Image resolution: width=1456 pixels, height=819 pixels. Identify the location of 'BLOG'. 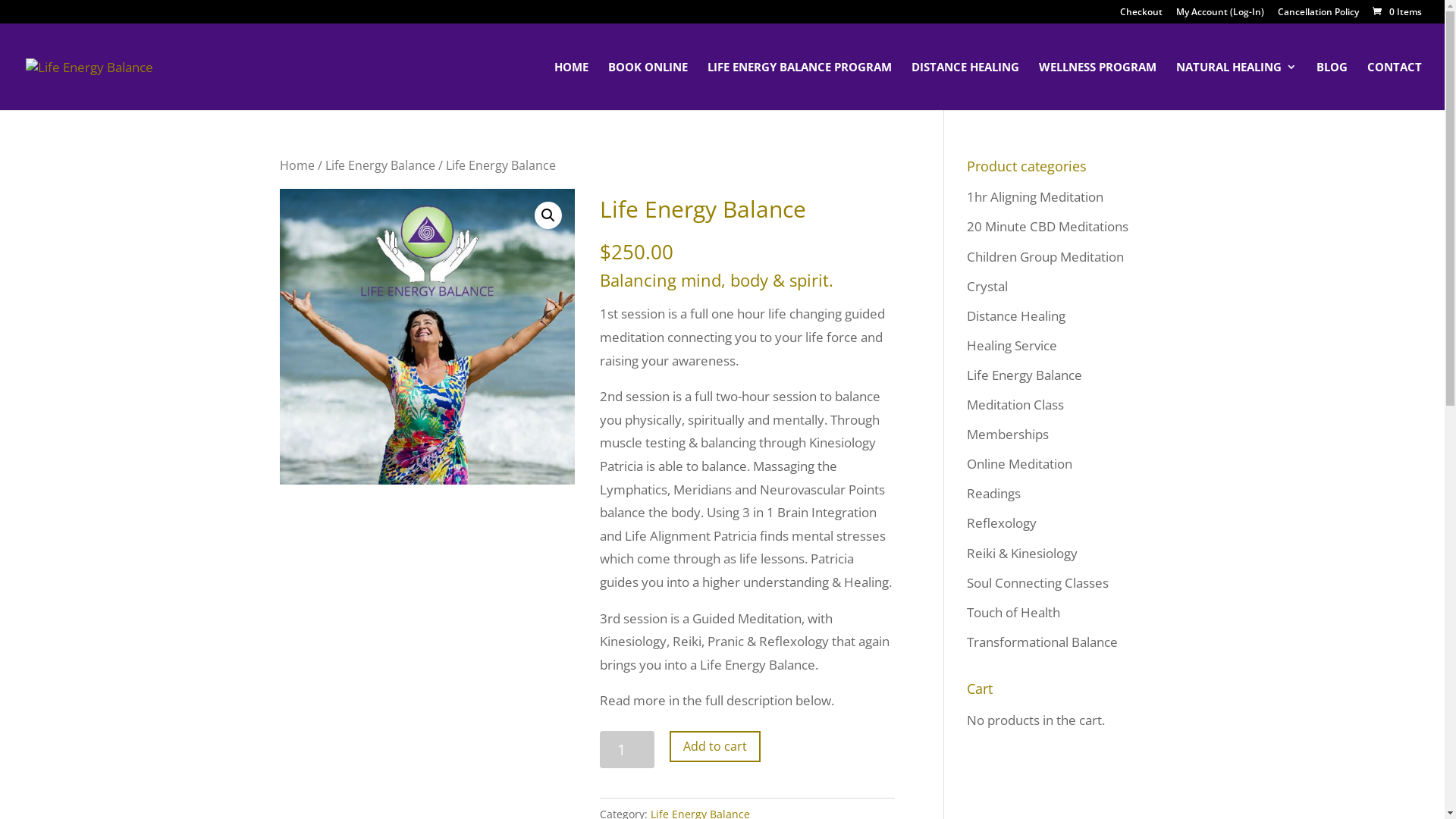
(1331, 85).